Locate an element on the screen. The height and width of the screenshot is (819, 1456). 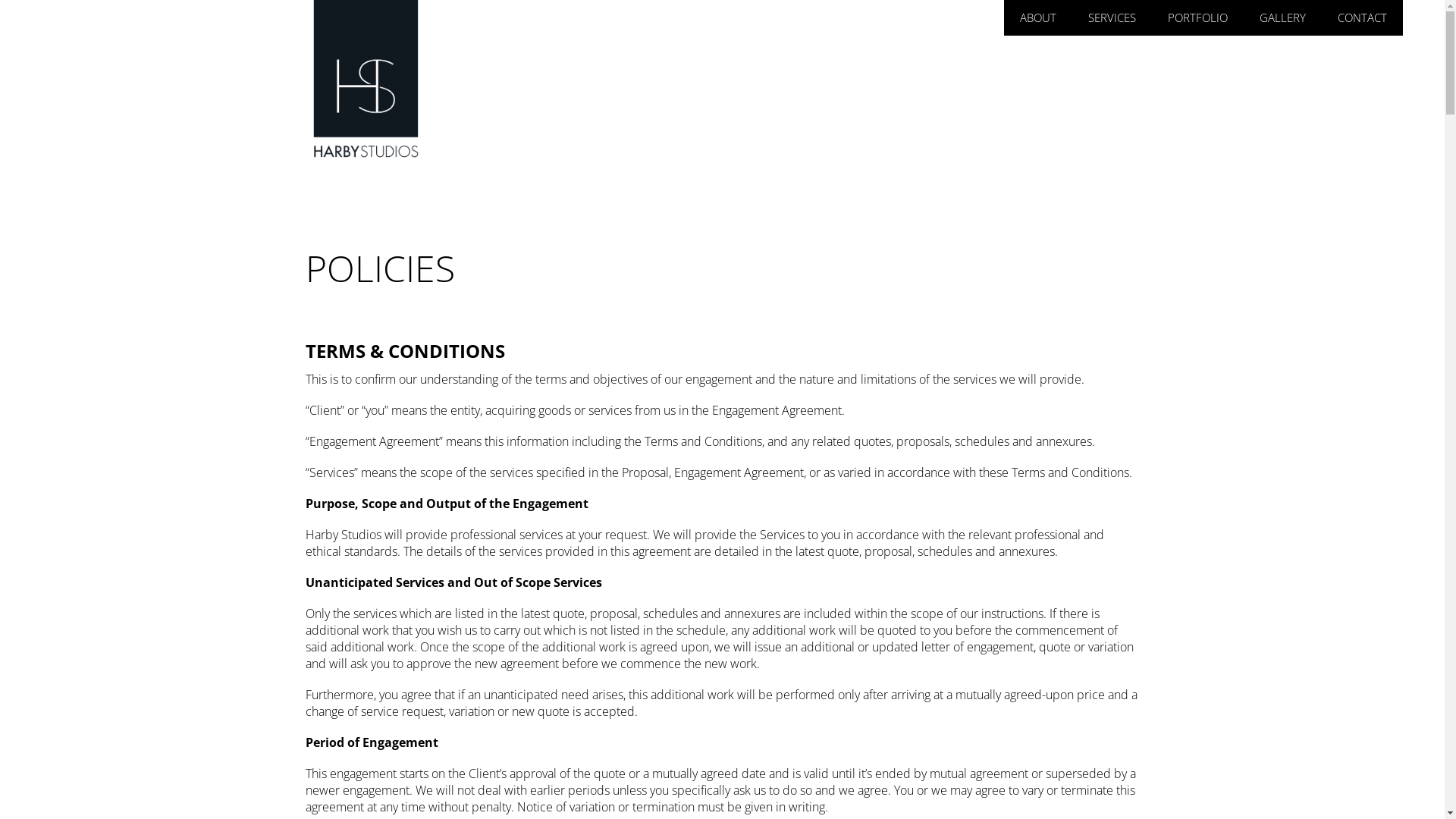
'SERVICES' is located at coordinates (1112, 17).